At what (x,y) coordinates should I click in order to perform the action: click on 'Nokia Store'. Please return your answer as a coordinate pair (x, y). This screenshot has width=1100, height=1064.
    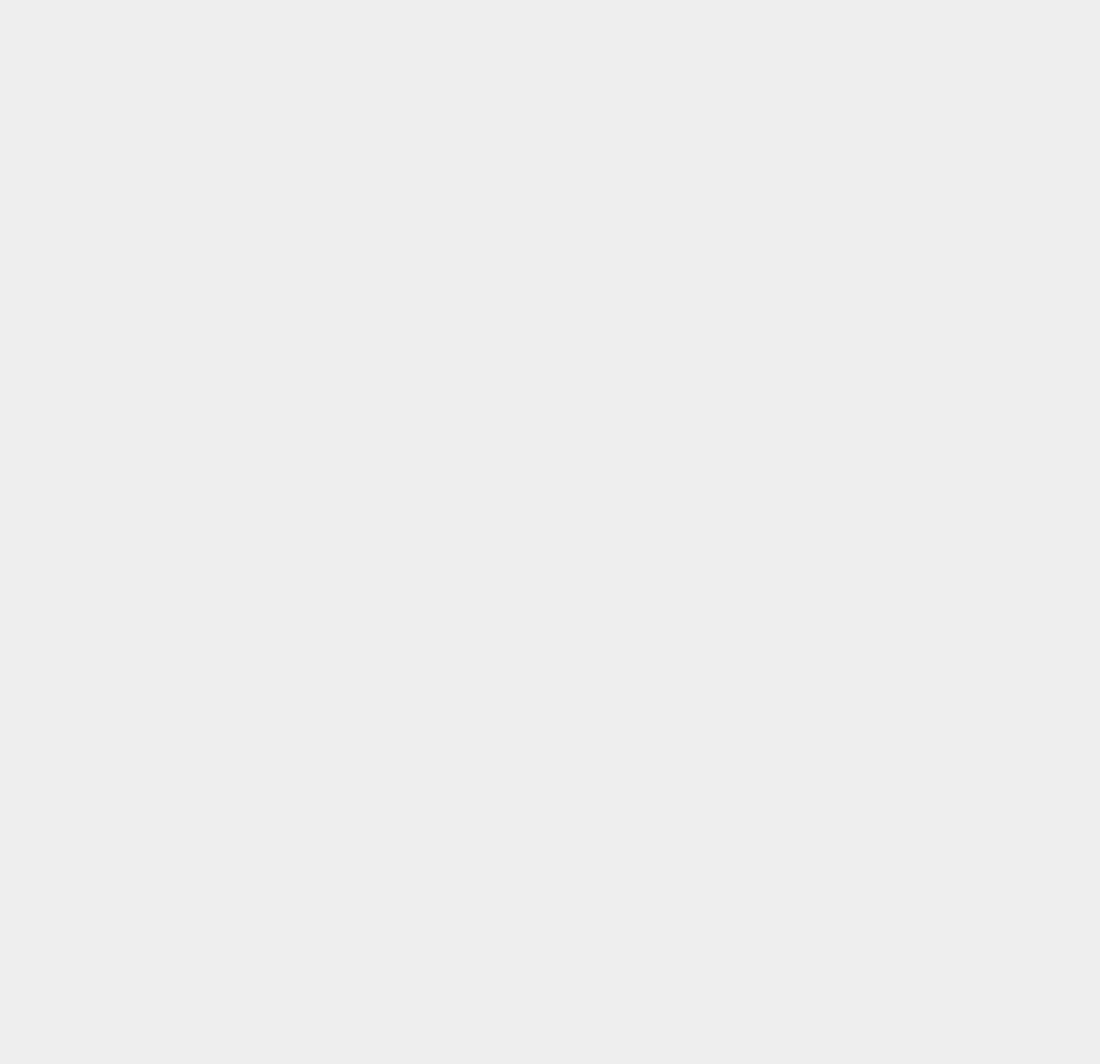
    Looking at the image, I should click on (814, 70).